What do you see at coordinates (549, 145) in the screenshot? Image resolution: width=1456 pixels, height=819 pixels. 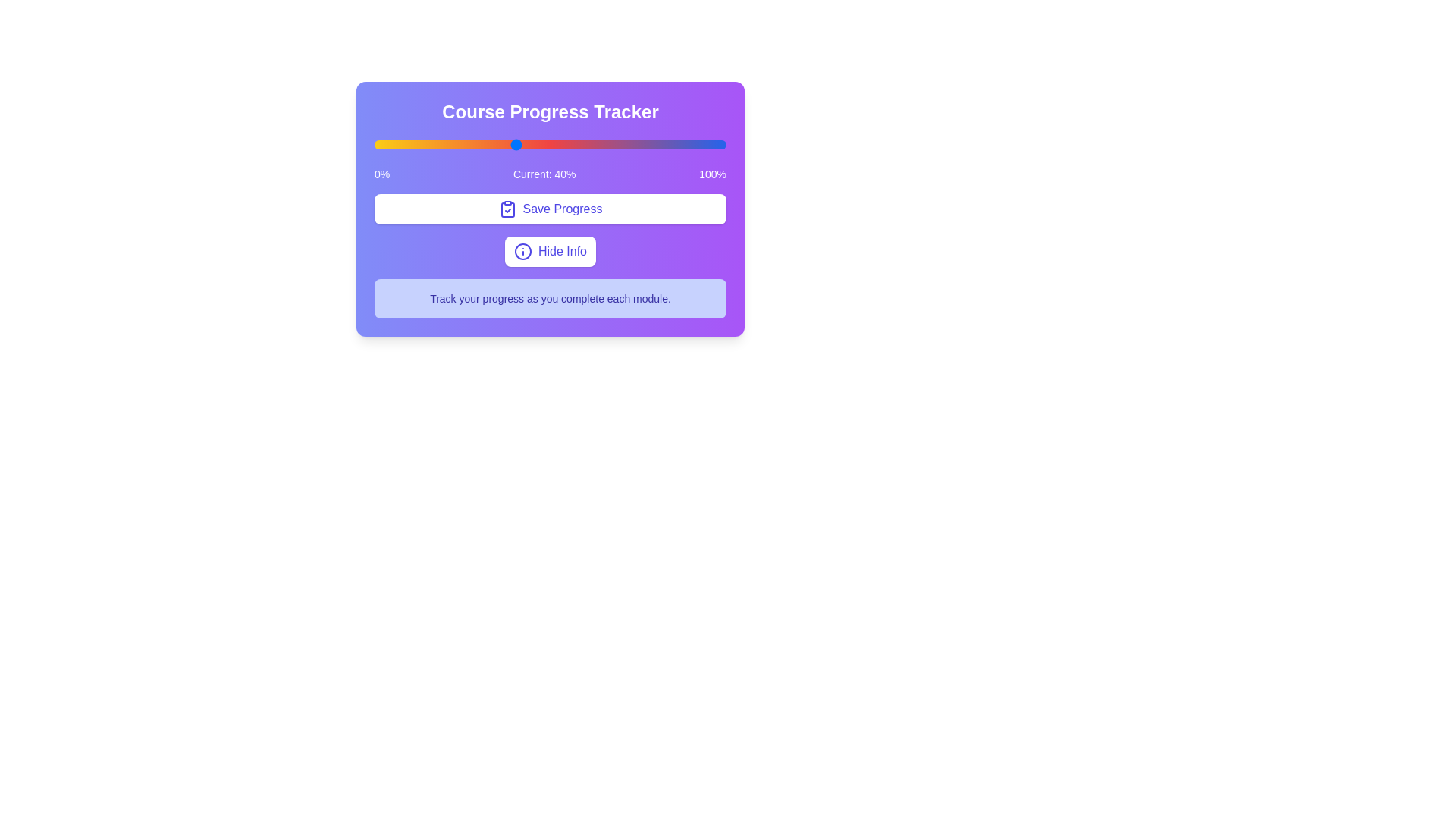 I see `the blue knob of the horizontal range slider located at the top of the 'Course Progress Tracker' panel` at bounding box center [549, 145].